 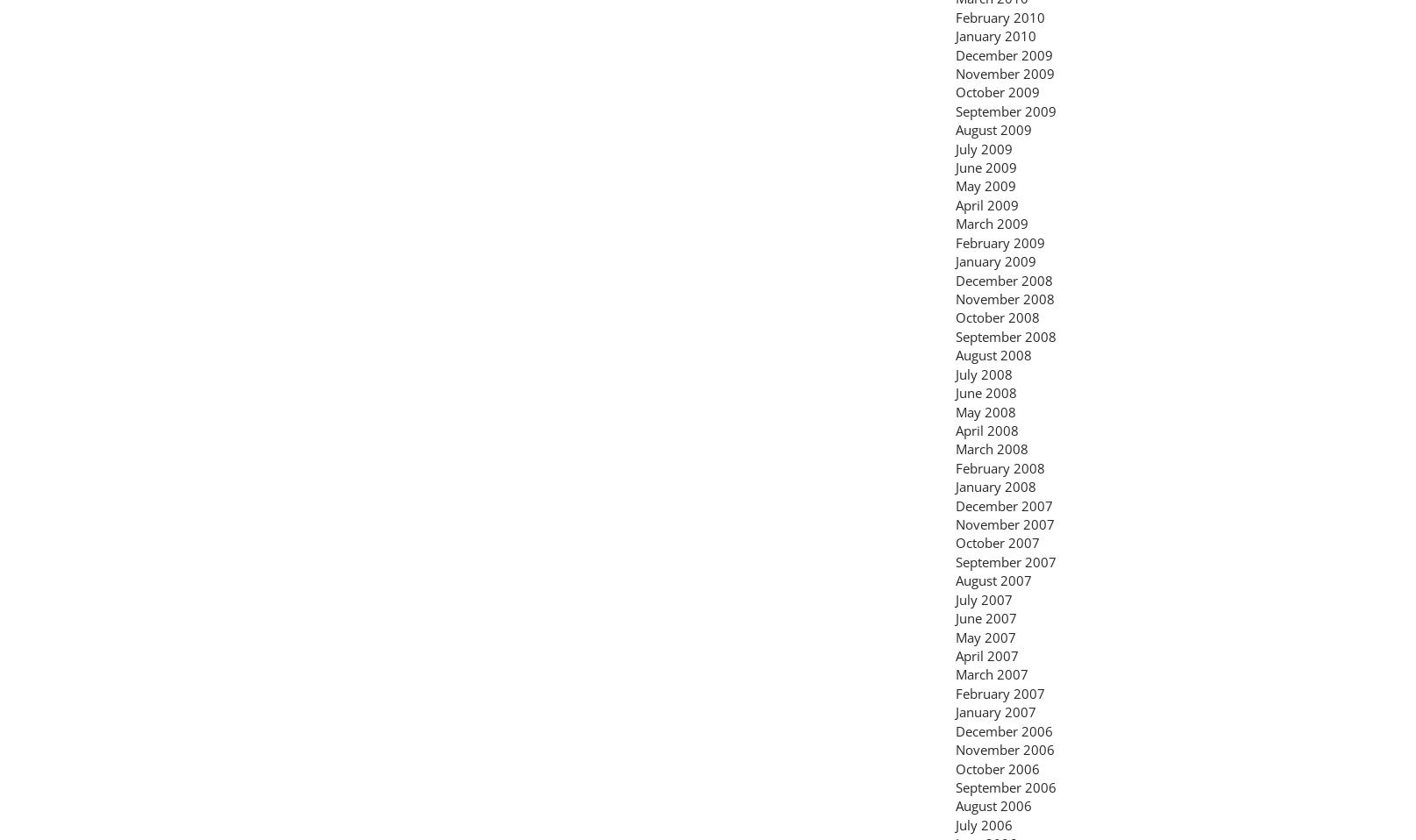 What do you see at coordinates (986, 656) in the screenshot?
I see `'April 2007'` at bounding box center [986, 656].